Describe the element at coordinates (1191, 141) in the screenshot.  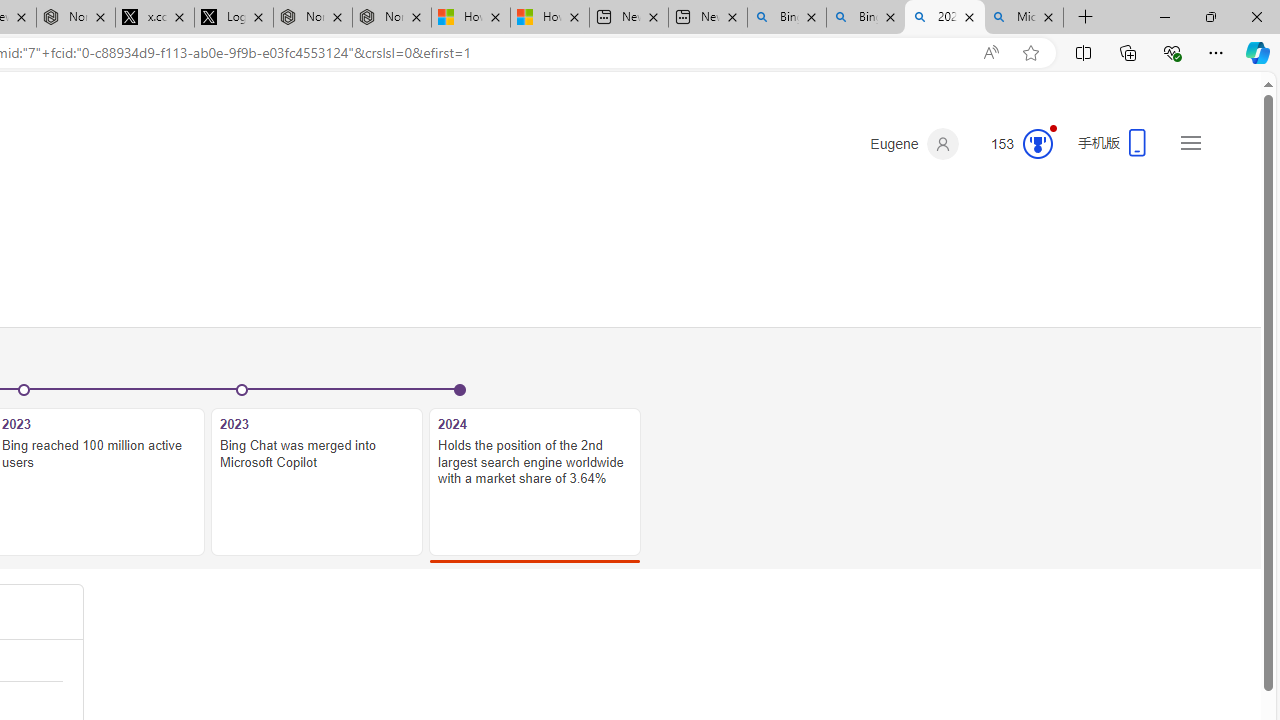
I see `'Settings and quick links'` at that location.